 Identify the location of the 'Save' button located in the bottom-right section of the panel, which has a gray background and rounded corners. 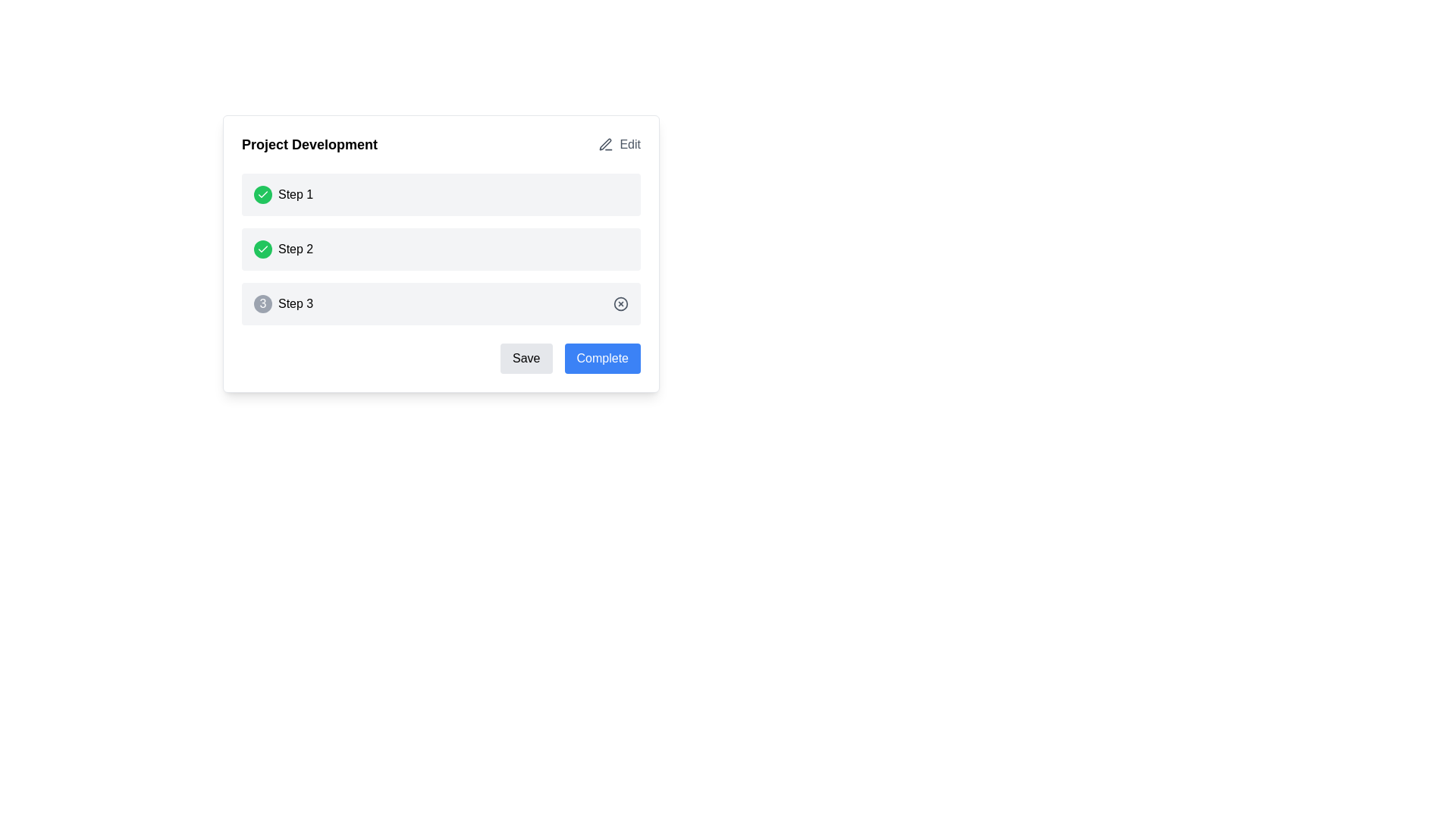
(526, 359).